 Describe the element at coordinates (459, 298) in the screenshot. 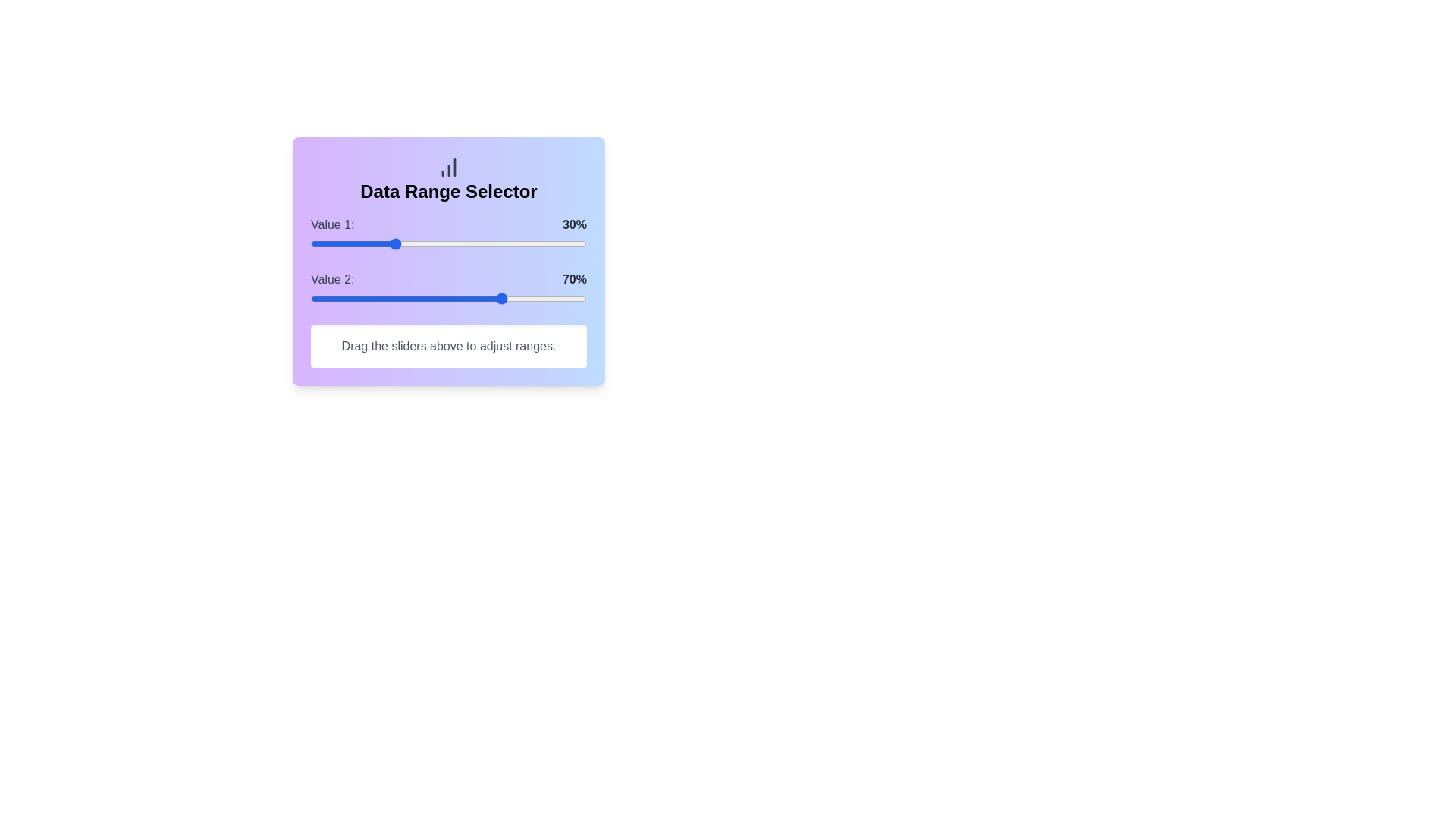

I see `the Value 2 slider to 54%` at that location.